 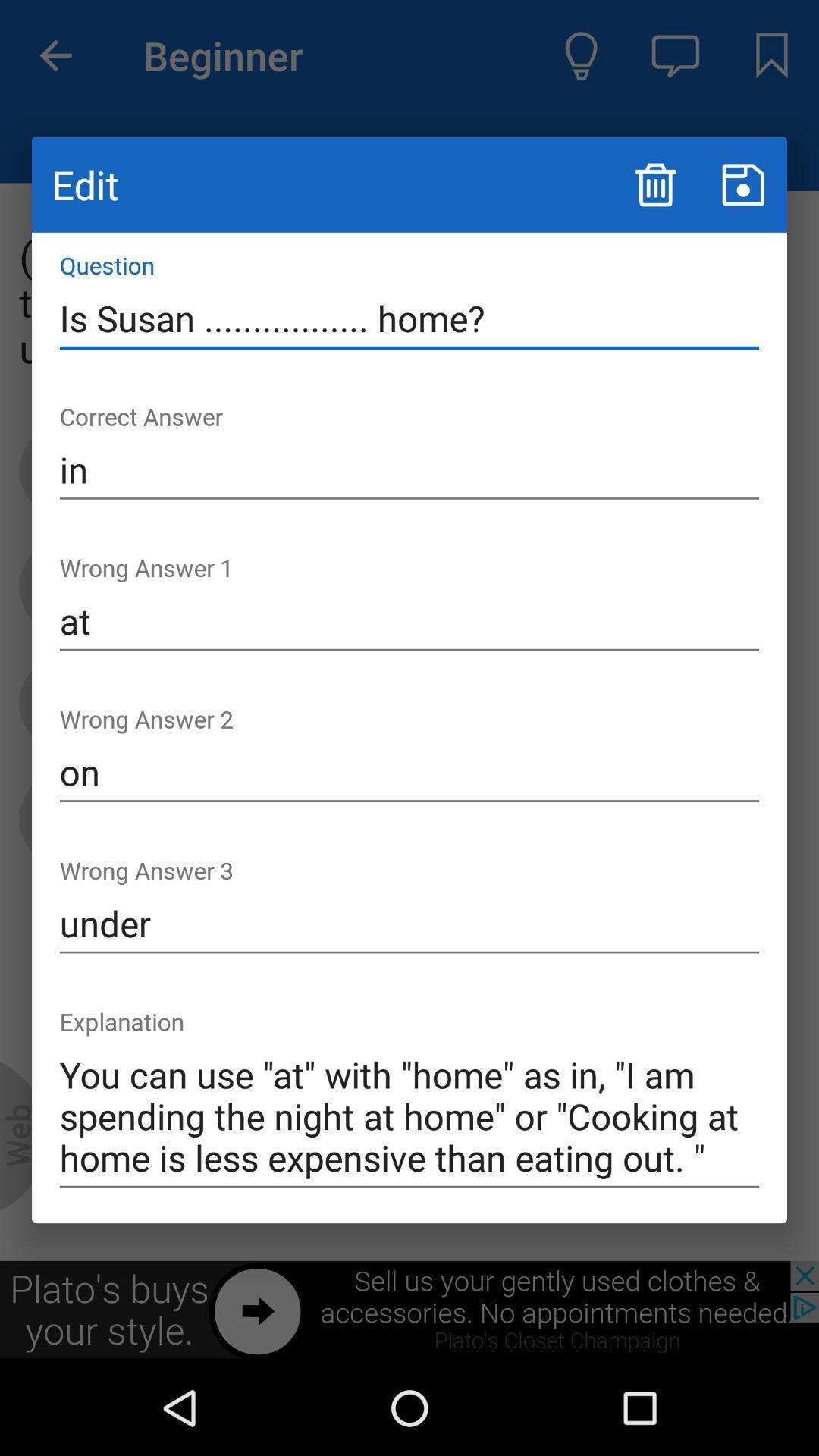 What do you see at coordinates (409, 318) in the screenshot?
I see `is susan ................. home?  item` at bounding box center [409, 318].